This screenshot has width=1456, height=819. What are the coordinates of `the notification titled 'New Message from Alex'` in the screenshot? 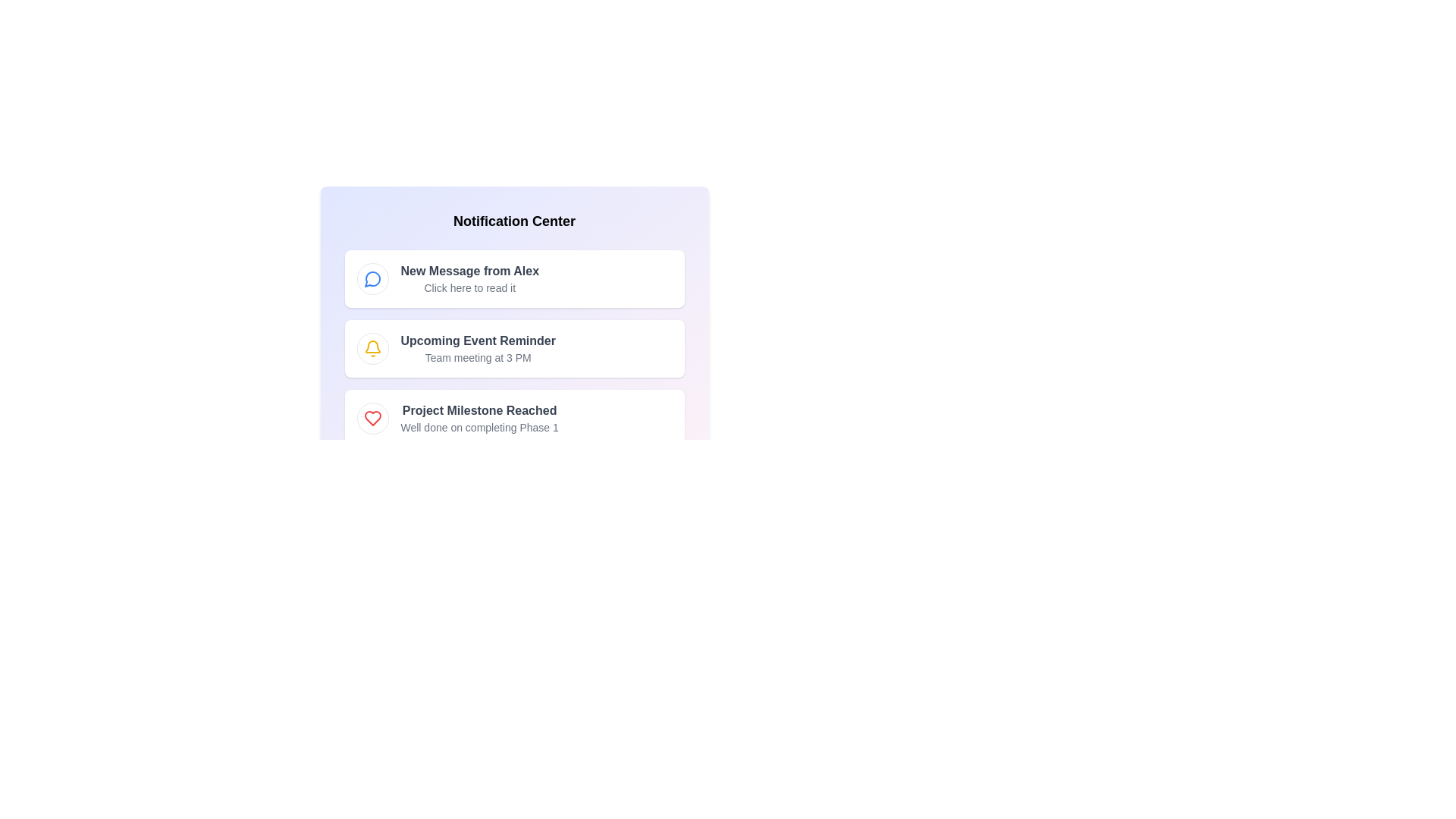 It's located at (514, 278).